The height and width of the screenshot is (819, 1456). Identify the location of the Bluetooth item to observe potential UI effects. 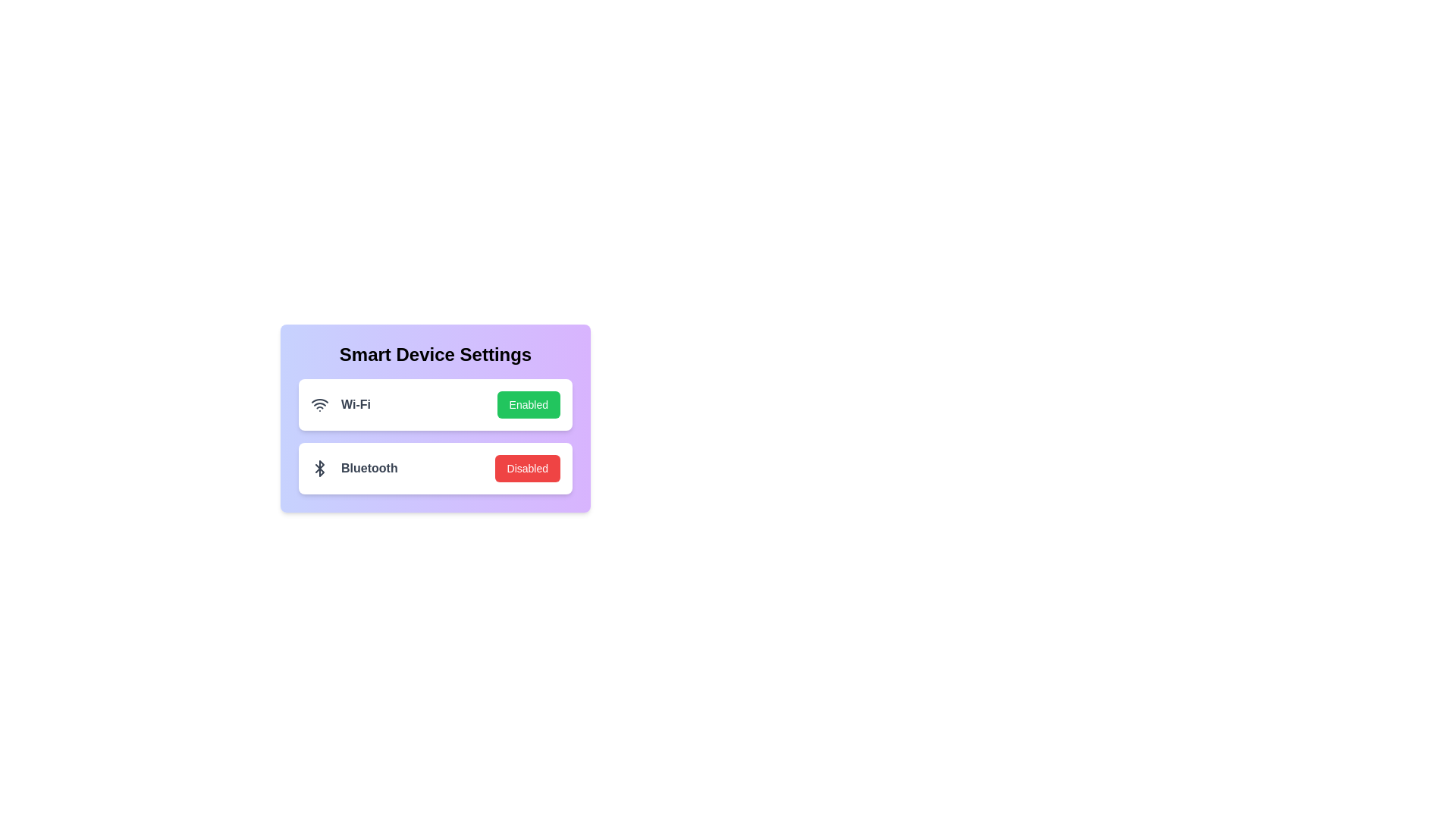
(435, 467).